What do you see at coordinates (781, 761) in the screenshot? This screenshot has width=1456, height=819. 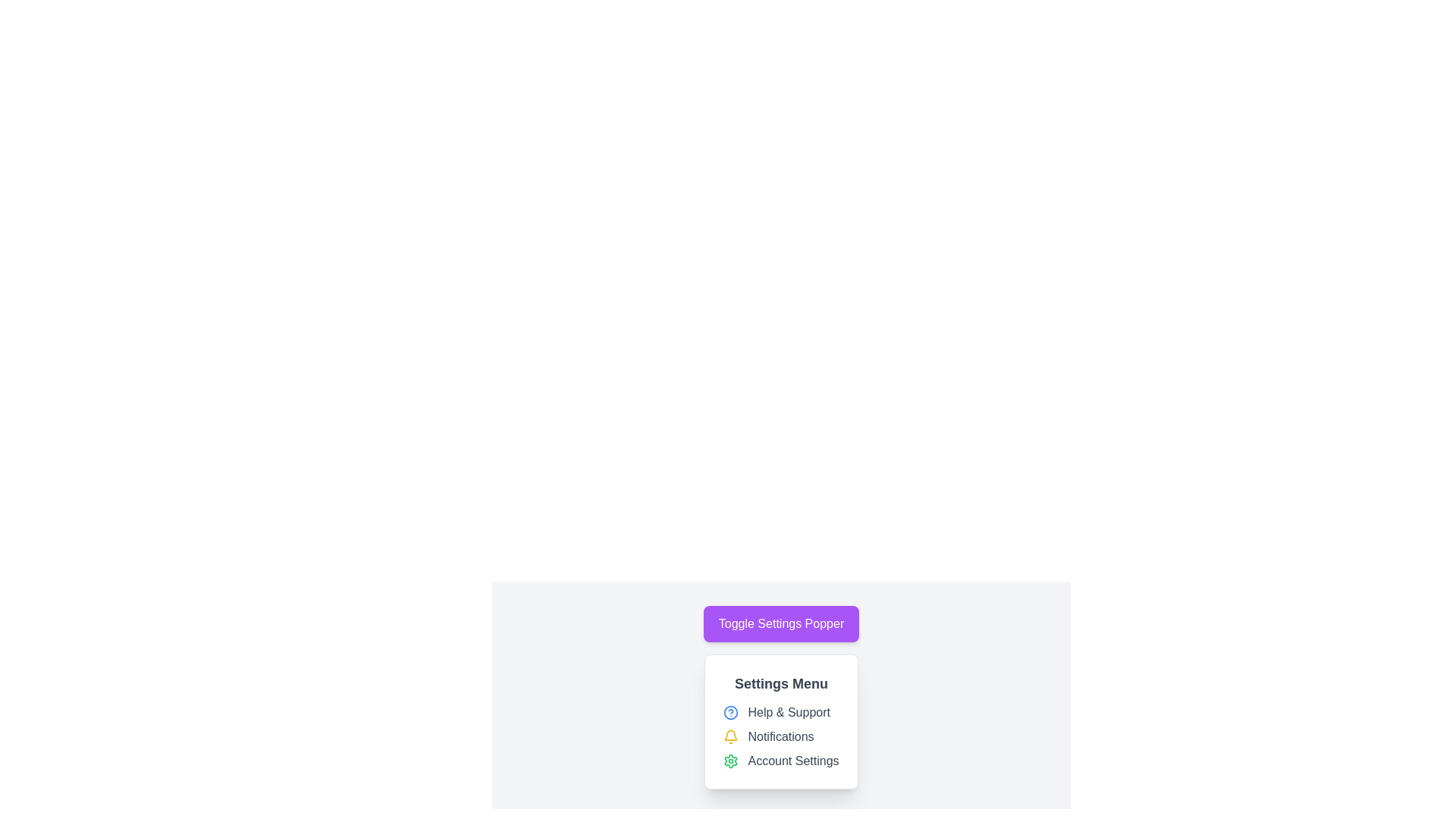 I see `the 'Account Settings' menu item in the settings dropdown` at bounding box center [781, 761].